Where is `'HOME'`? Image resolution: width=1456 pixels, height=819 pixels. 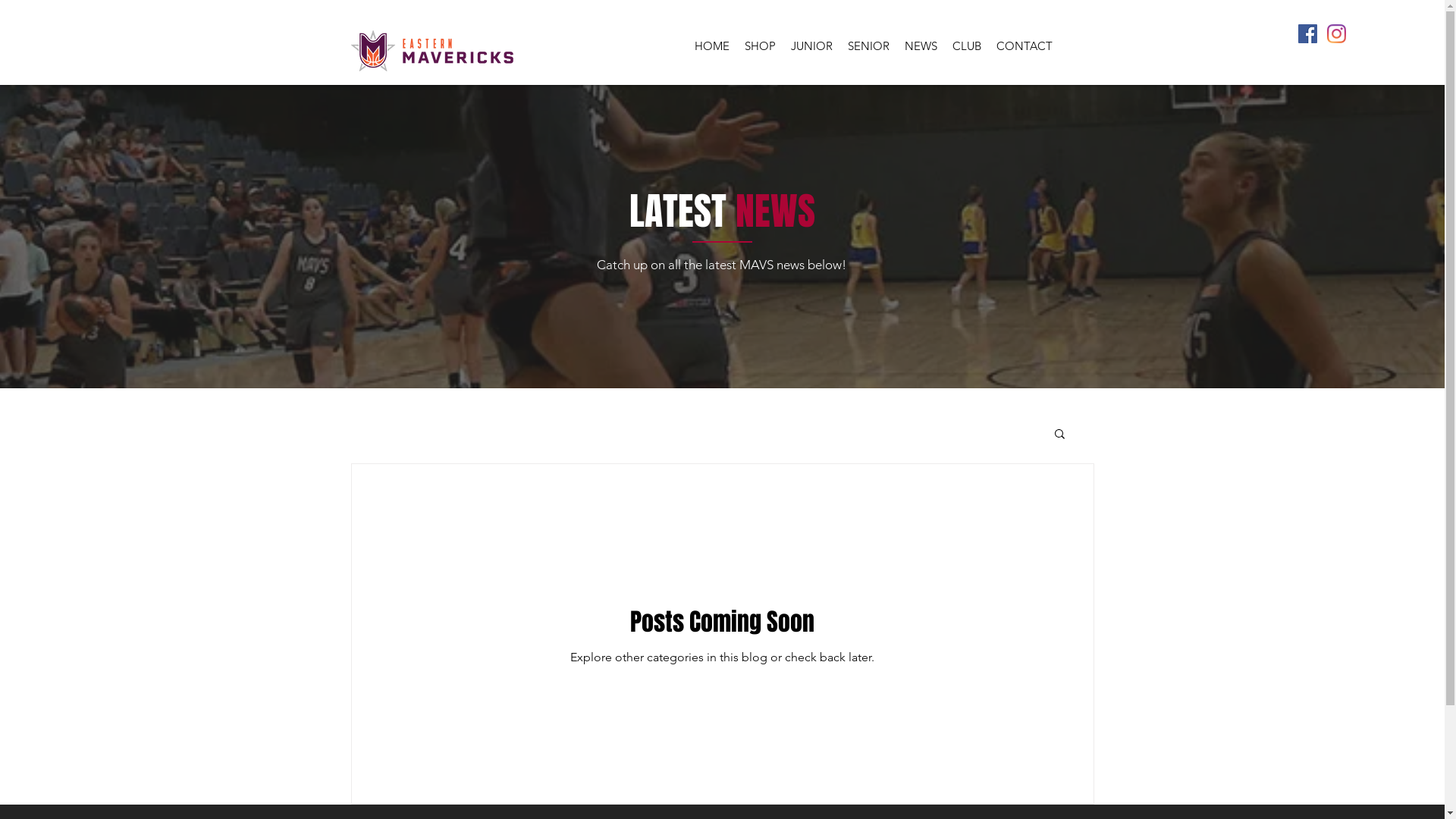
'HOME' is located at coordinates (711, 45).